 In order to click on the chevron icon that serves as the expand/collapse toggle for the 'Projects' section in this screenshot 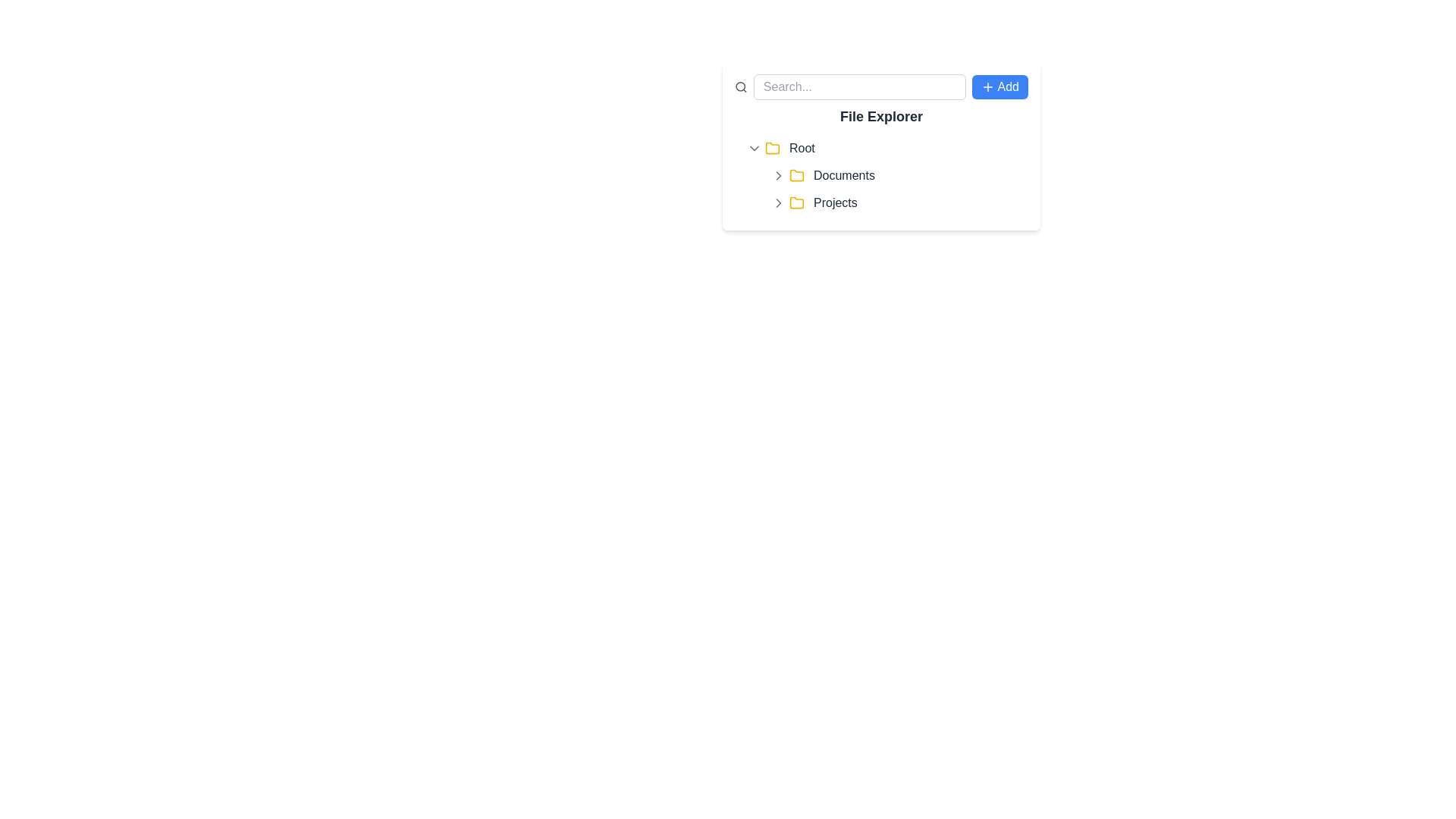, I will do `click(779, 202)`.